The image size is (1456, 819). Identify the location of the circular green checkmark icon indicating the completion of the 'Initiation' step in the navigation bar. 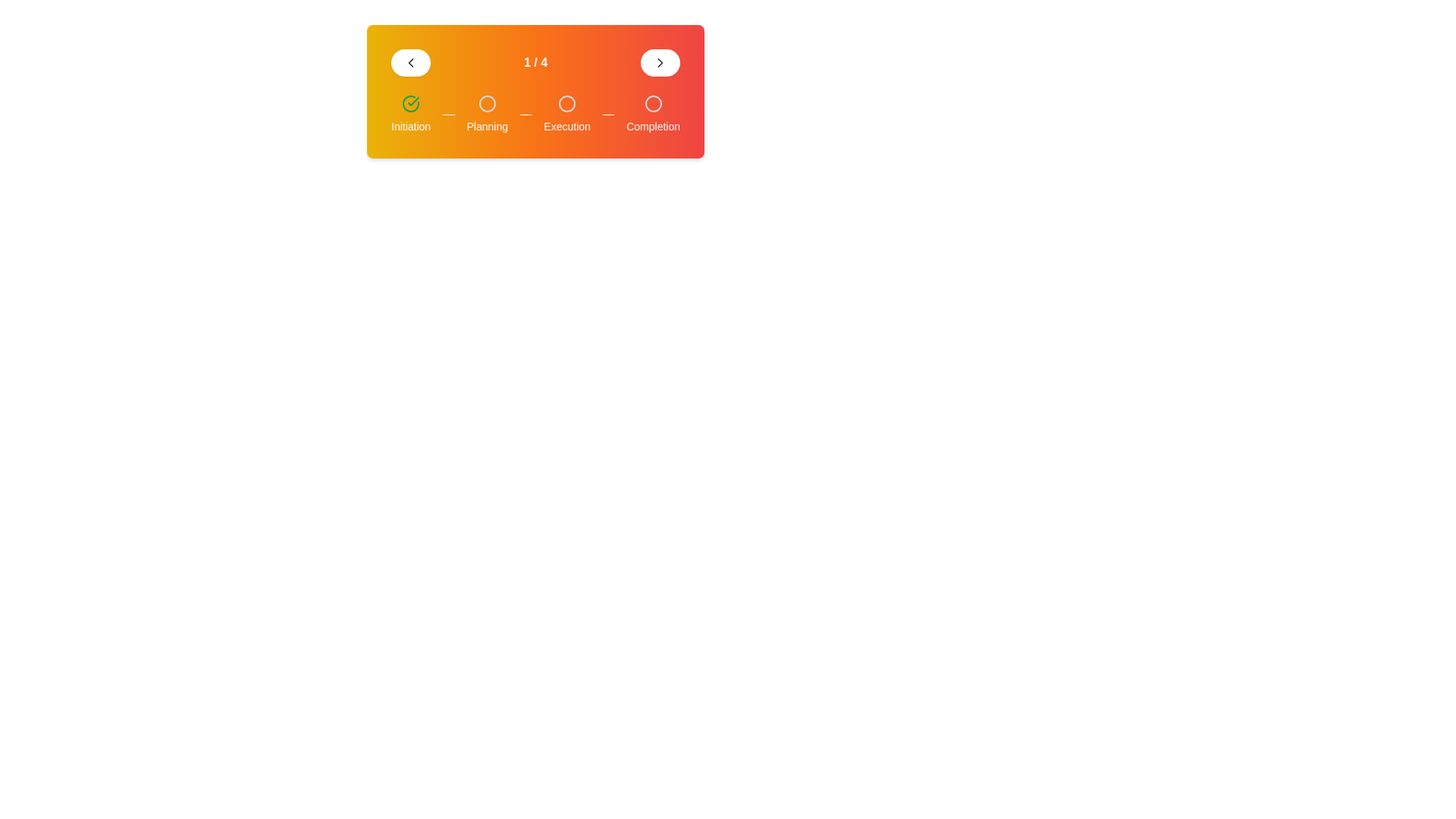
(411, 103).